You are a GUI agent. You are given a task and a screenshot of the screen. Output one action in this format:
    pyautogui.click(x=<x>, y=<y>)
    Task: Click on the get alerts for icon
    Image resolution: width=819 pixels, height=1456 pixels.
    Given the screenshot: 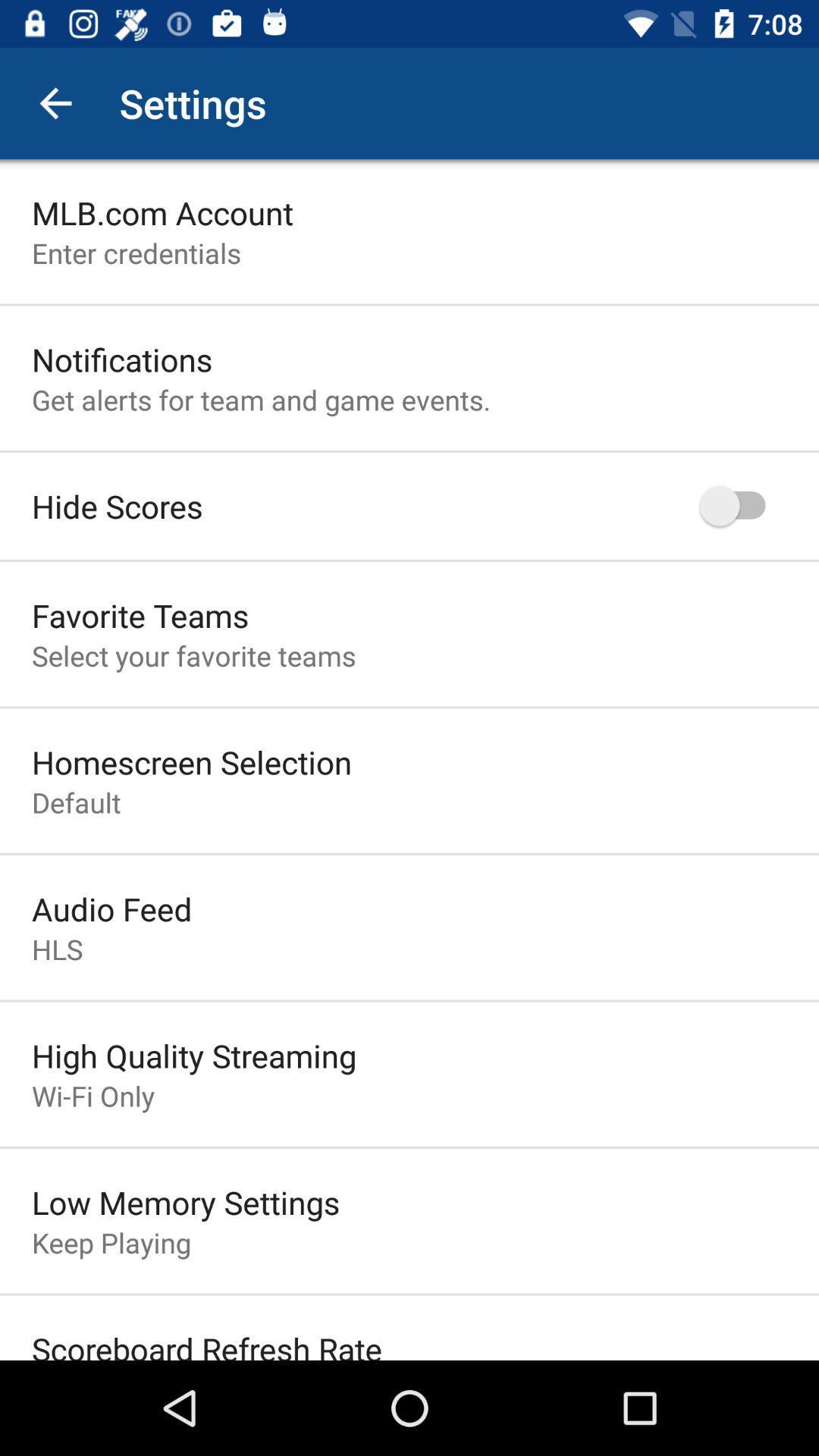 What is the action you would take?
    pyautogui.click(x=260, y=400)
    